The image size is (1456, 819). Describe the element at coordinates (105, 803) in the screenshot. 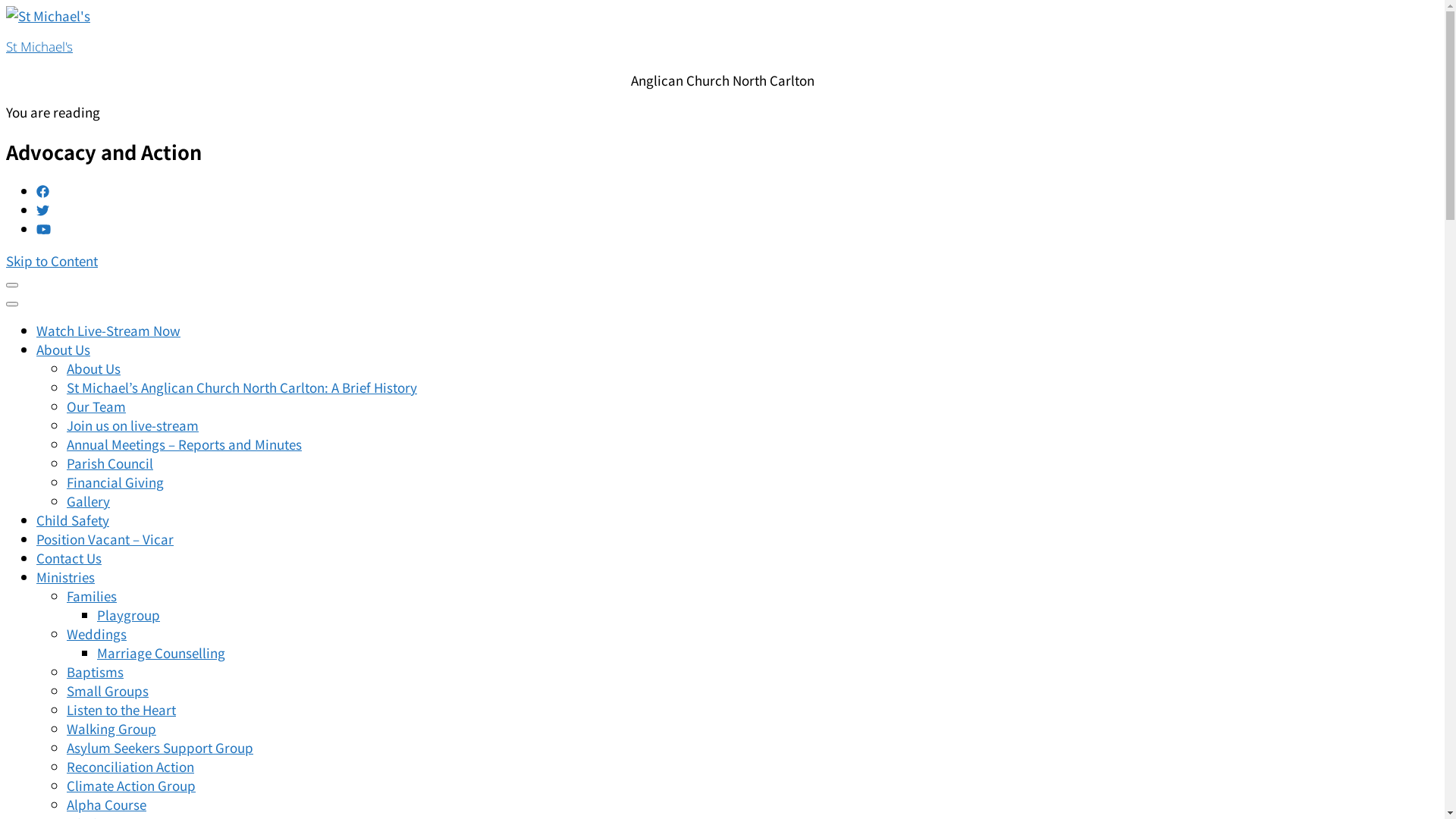

I see `'Alpha Course'` at that location.